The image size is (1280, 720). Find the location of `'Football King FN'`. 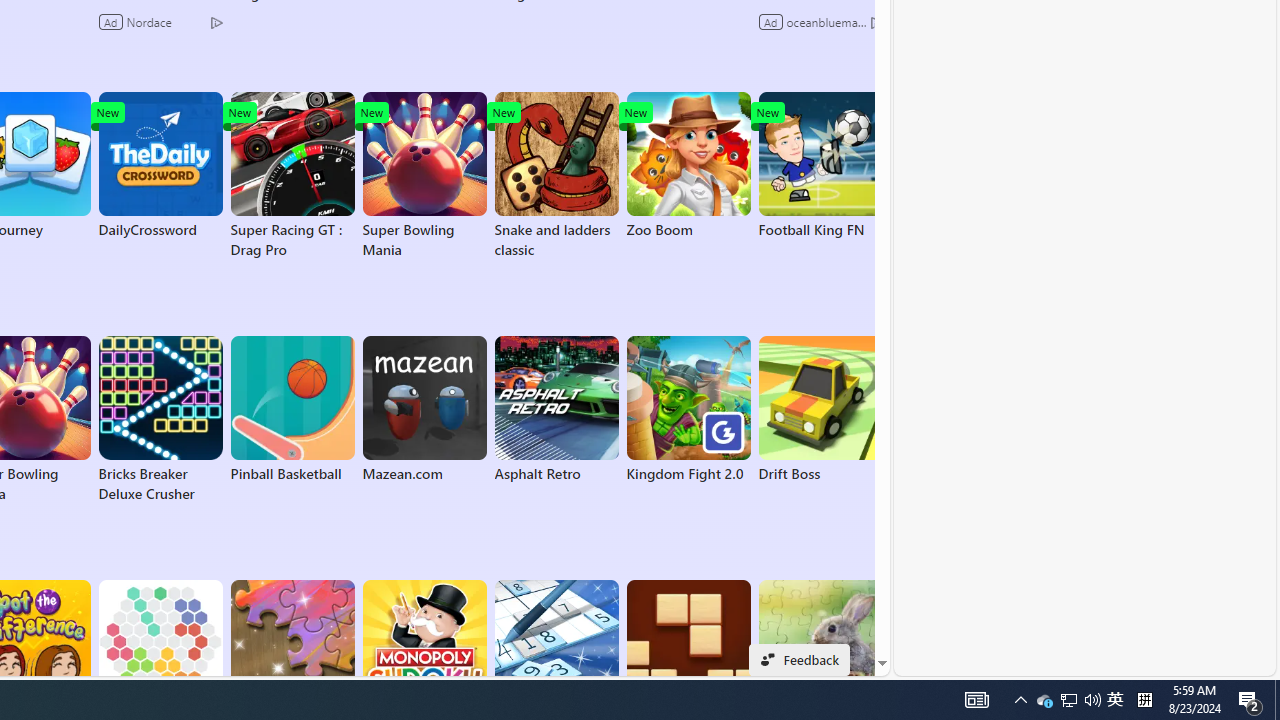

'Football King FN' is located at coordinates (820, 164).